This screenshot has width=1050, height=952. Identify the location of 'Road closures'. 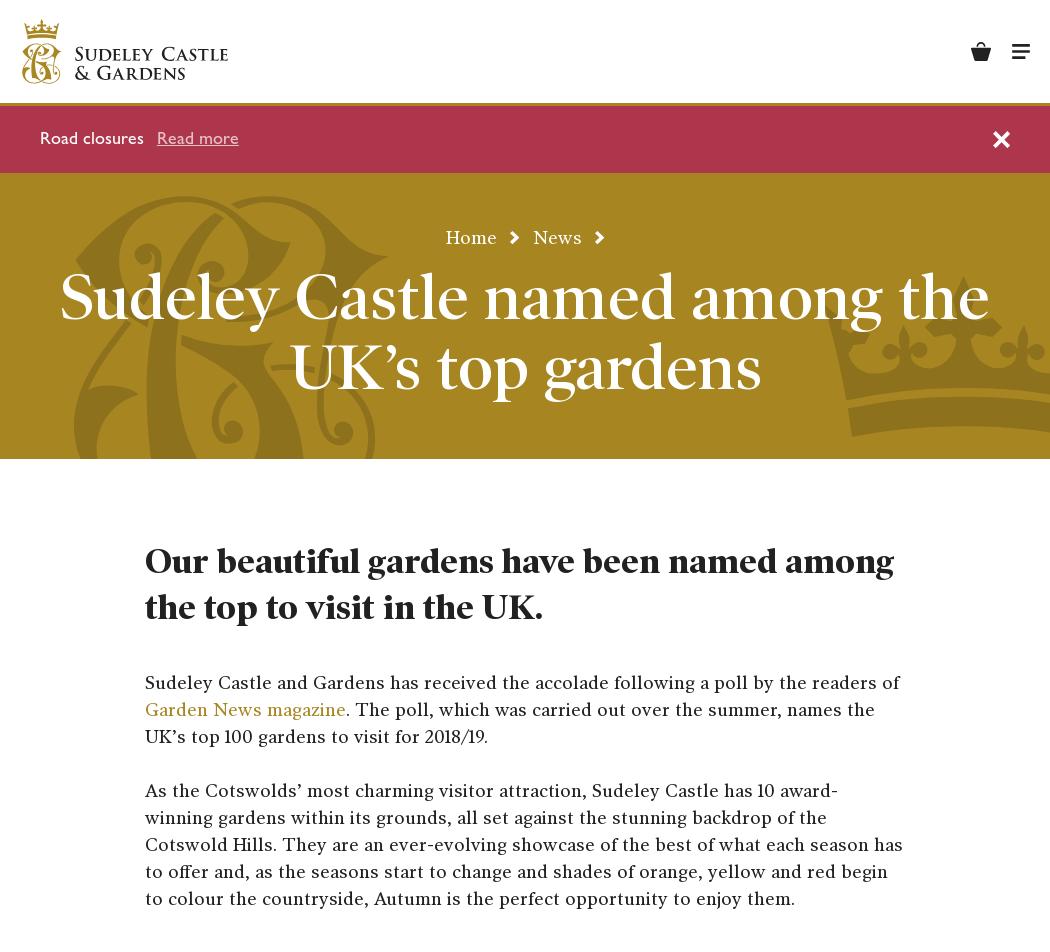
(91, 138).